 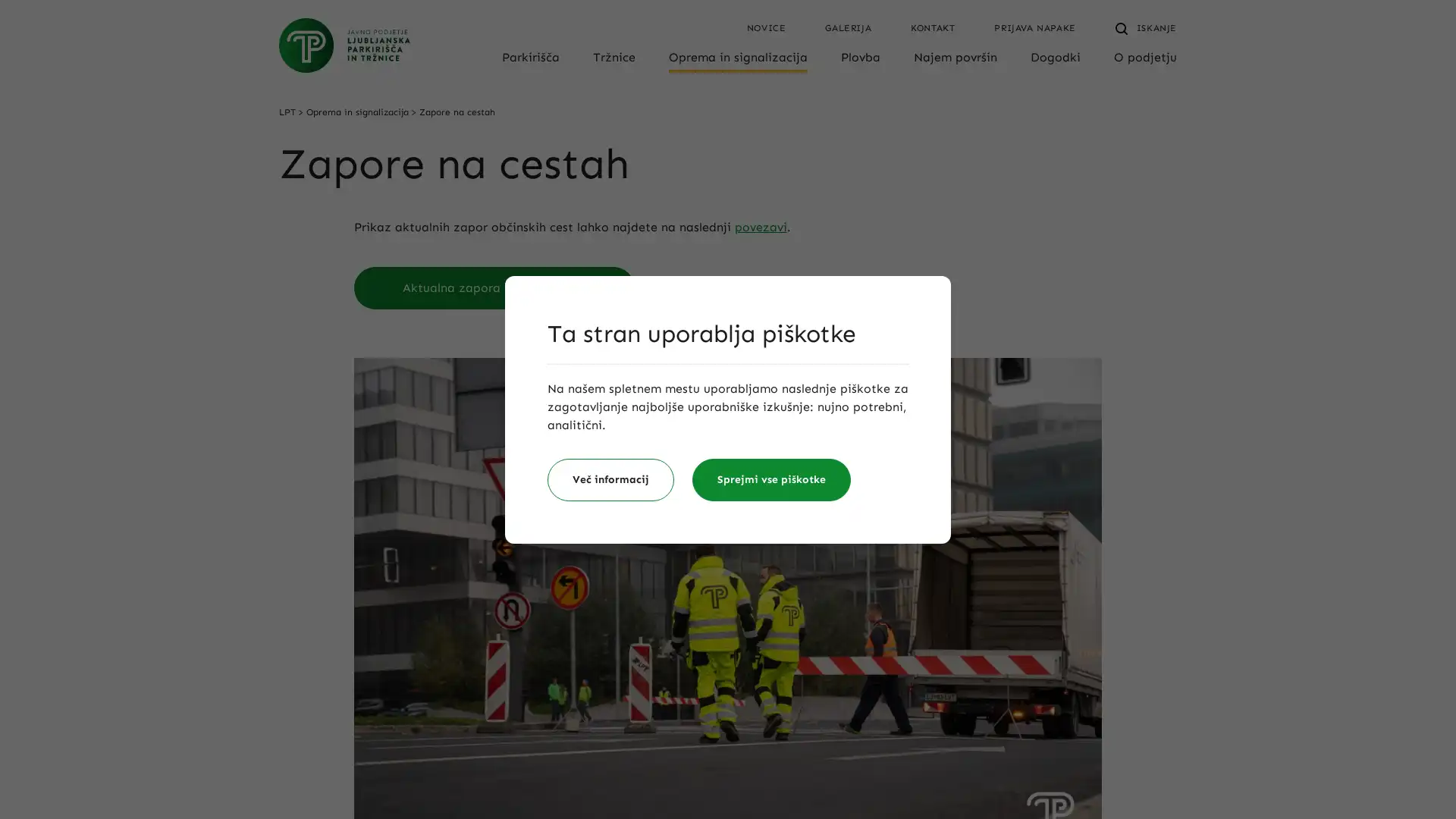 What do you see at coordinates (771, 479) in the screenshot?
I see `Sprejmi vse piskotke` at bounding box center [771, 479].